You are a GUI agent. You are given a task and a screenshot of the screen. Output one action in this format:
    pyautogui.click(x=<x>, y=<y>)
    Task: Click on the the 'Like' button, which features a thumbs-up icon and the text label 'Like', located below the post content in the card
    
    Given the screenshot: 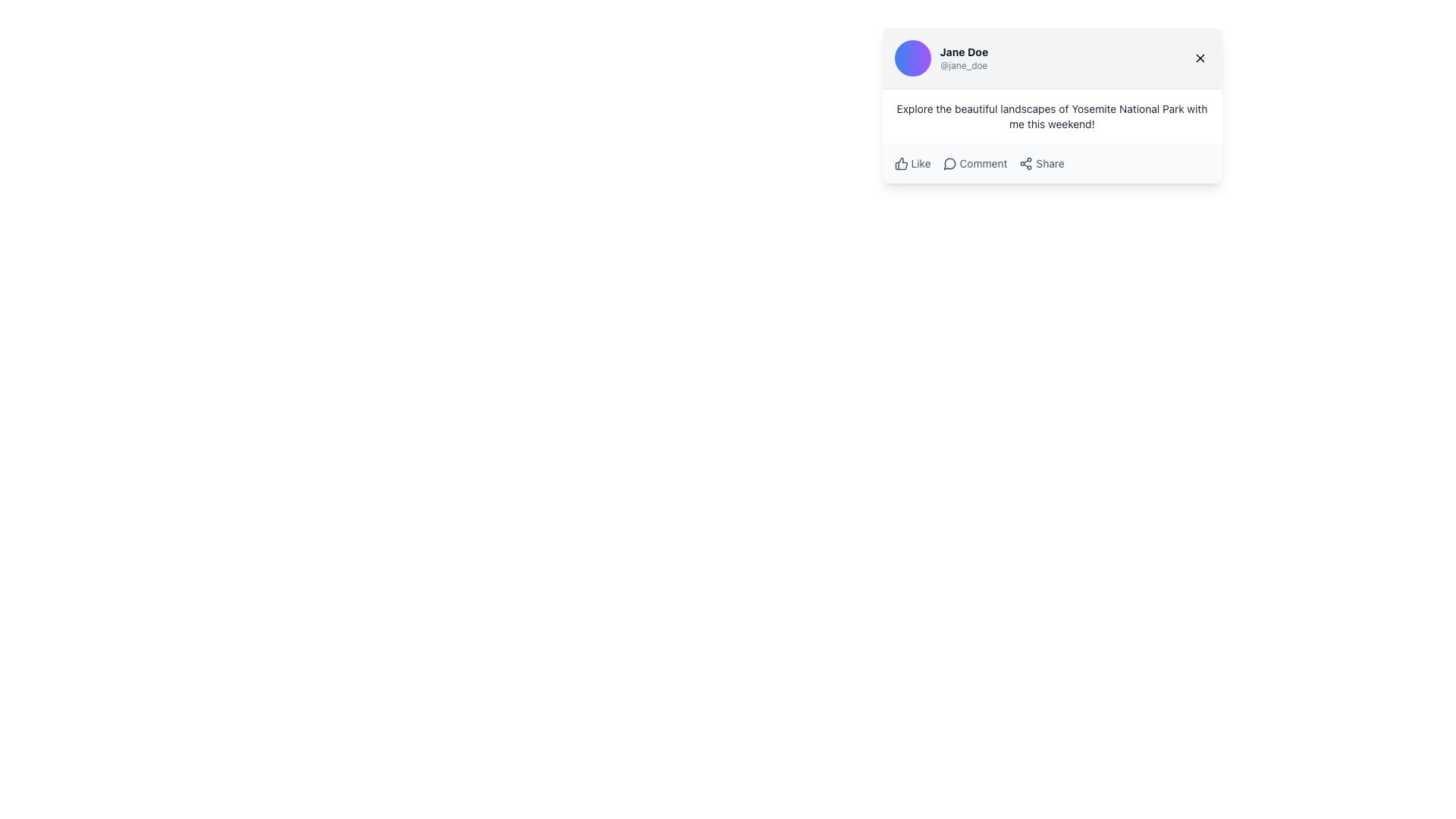 What is the action you would take?
    pyautogui.click(x=912, y=164)
    